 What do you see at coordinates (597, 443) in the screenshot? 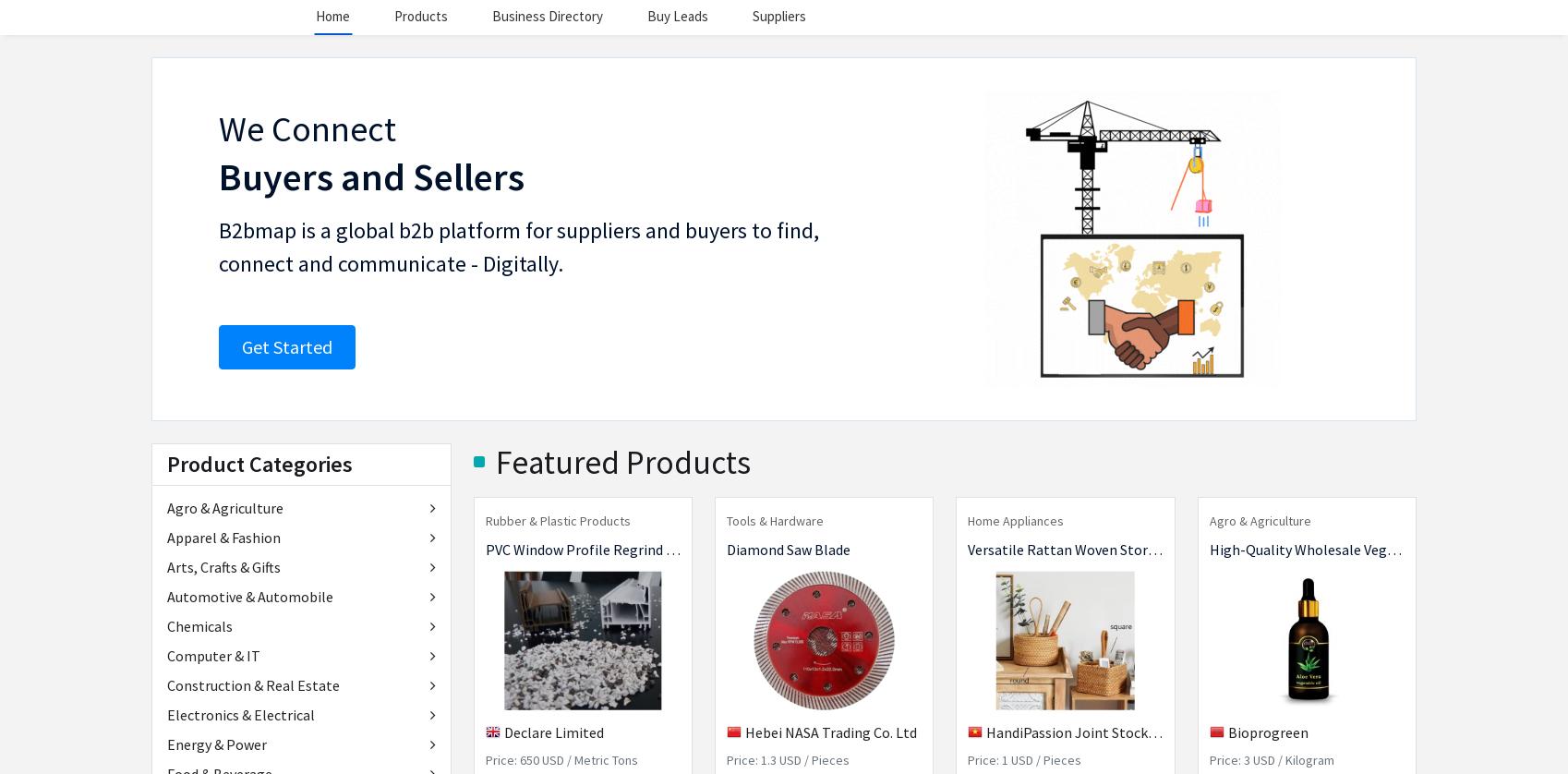
I see `'Latest Buy Requirements'` at bounding box center [597, 443].